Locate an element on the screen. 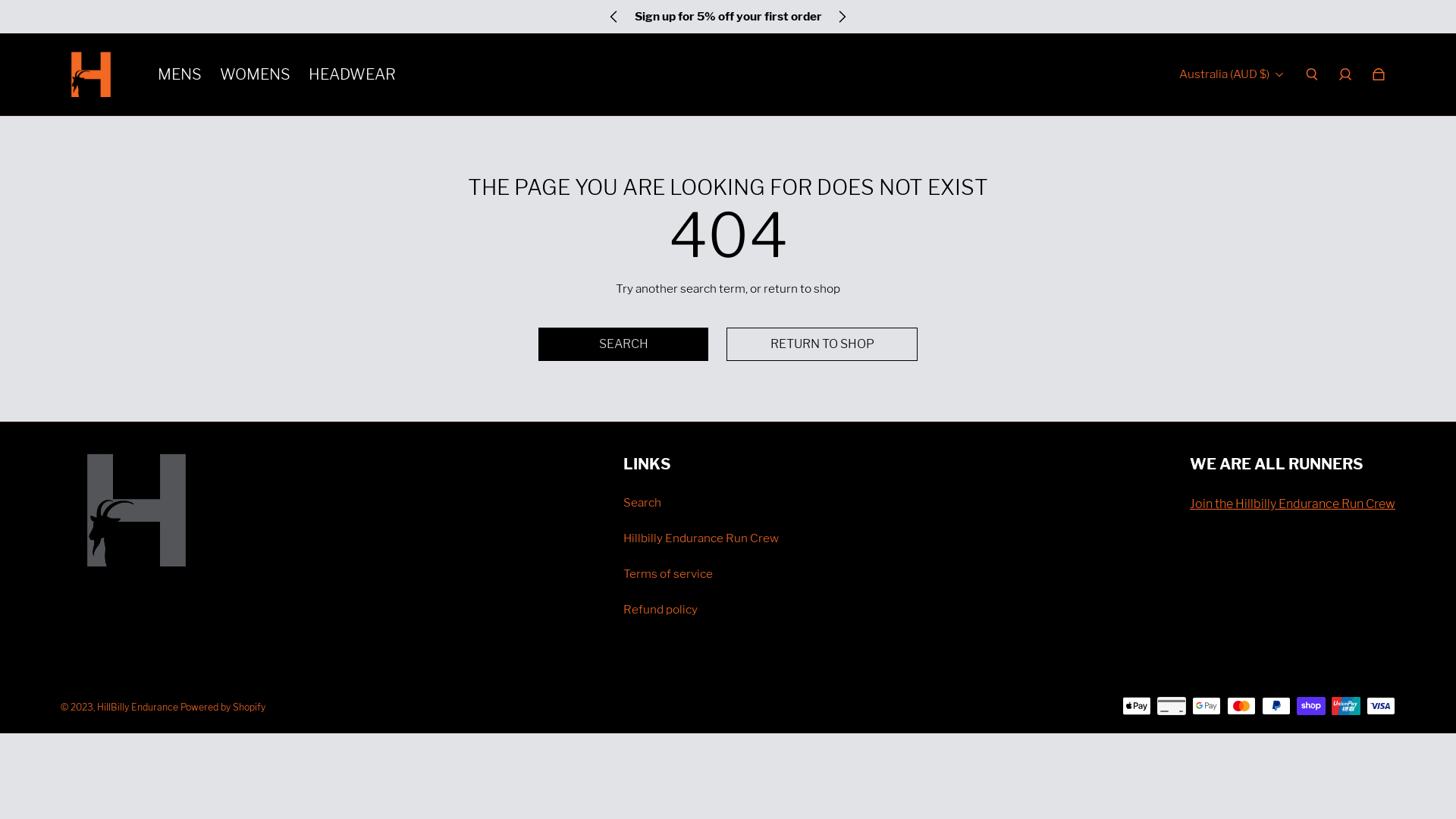  'MENS' is located at coordinates (157, 74).